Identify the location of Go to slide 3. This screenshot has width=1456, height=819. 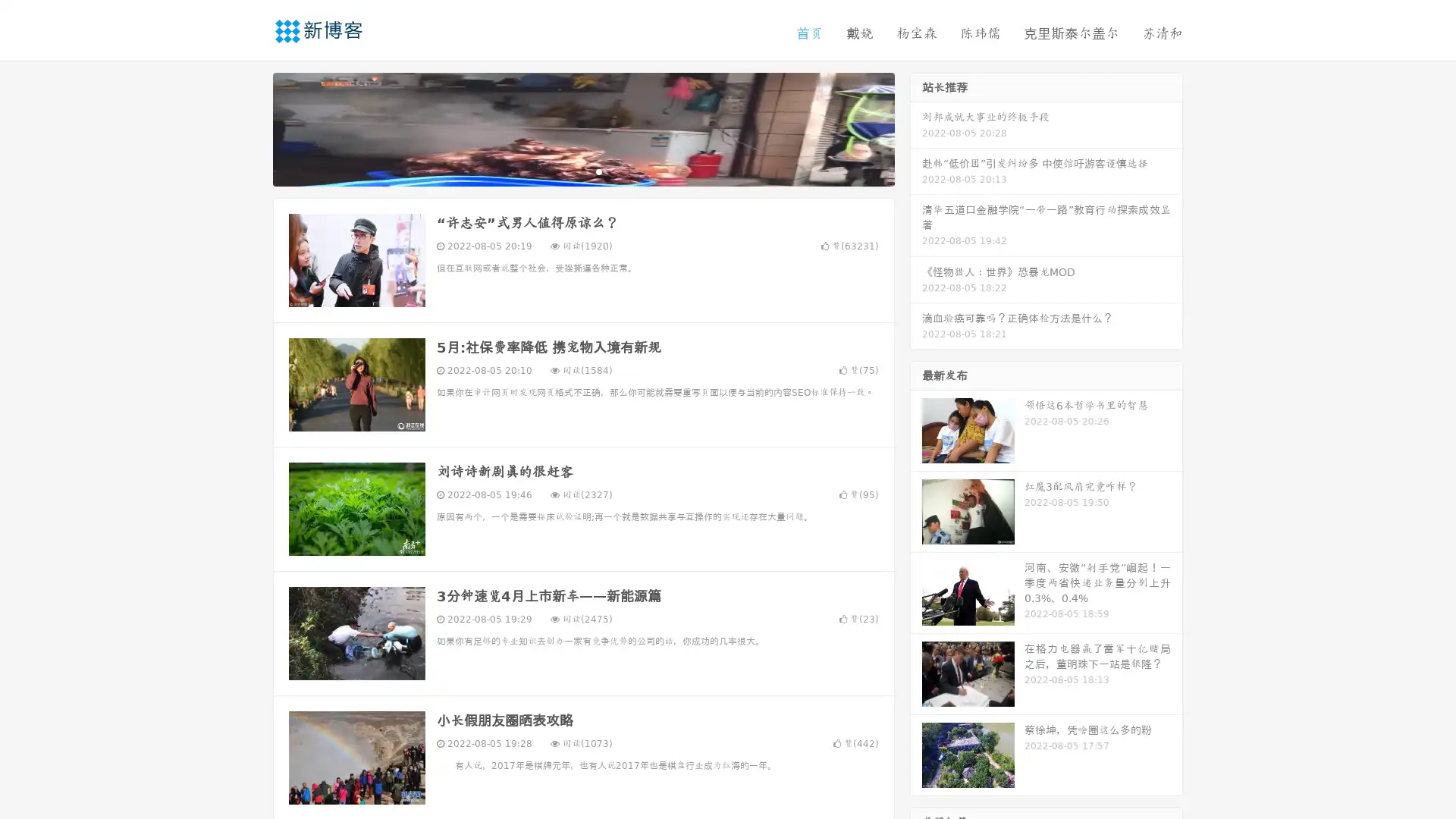
(598, 171).